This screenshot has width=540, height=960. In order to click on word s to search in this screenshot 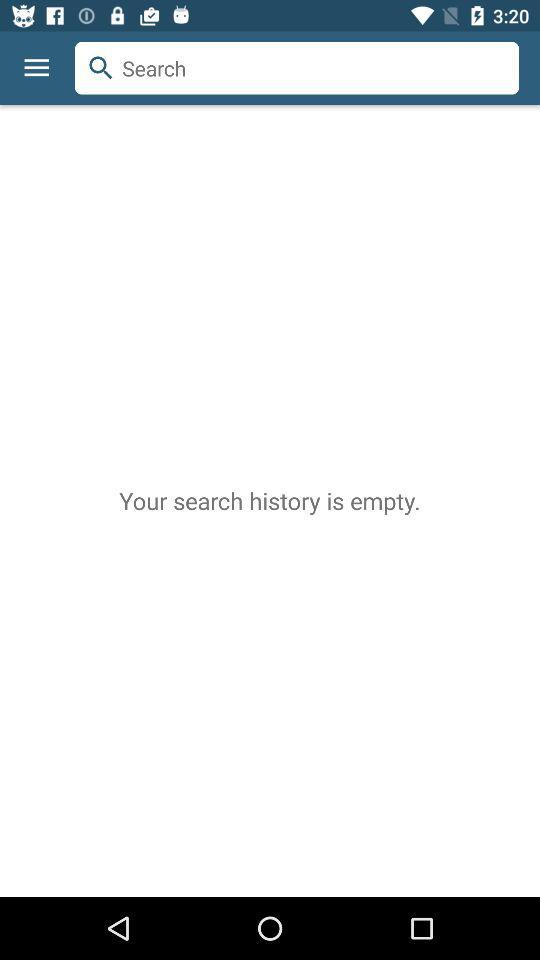, I will do `click(296, 68)`.